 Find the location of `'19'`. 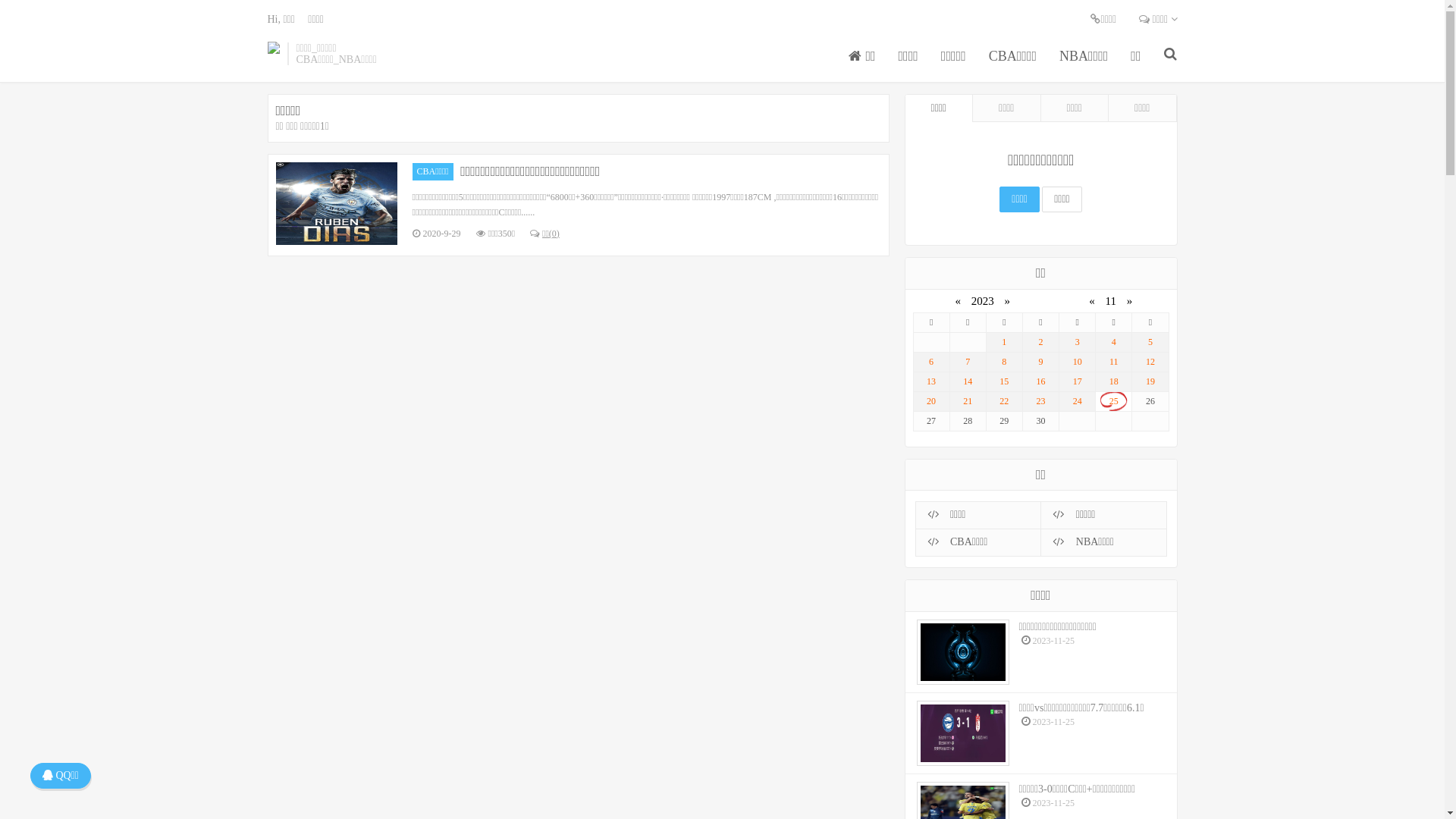

'19' is located at coordinates (1150, 381).